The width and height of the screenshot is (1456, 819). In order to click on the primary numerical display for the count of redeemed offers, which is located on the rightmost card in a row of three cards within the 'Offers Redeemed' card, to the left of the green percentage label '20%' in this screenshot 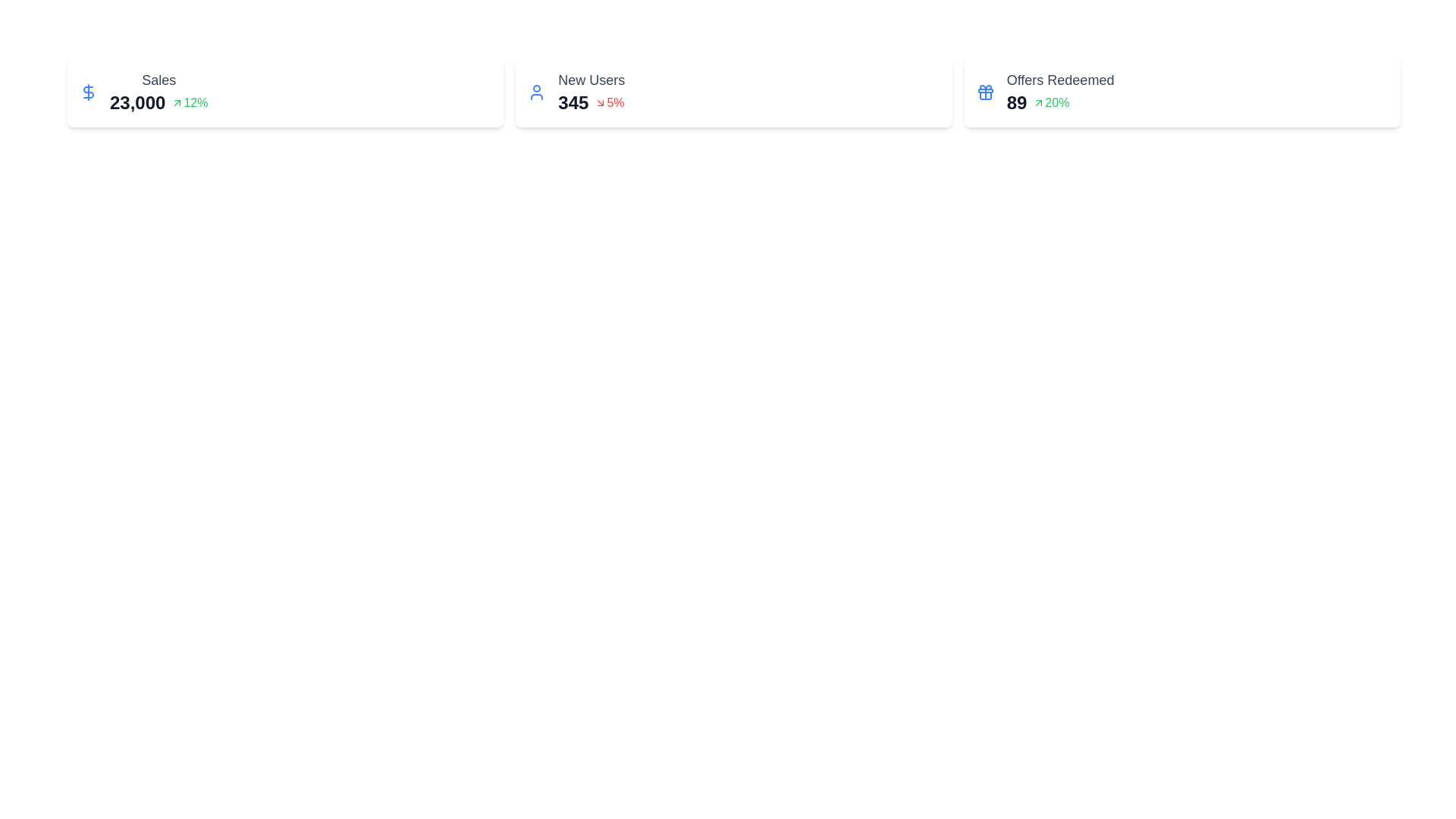, I will do `click(1016, 102)`.